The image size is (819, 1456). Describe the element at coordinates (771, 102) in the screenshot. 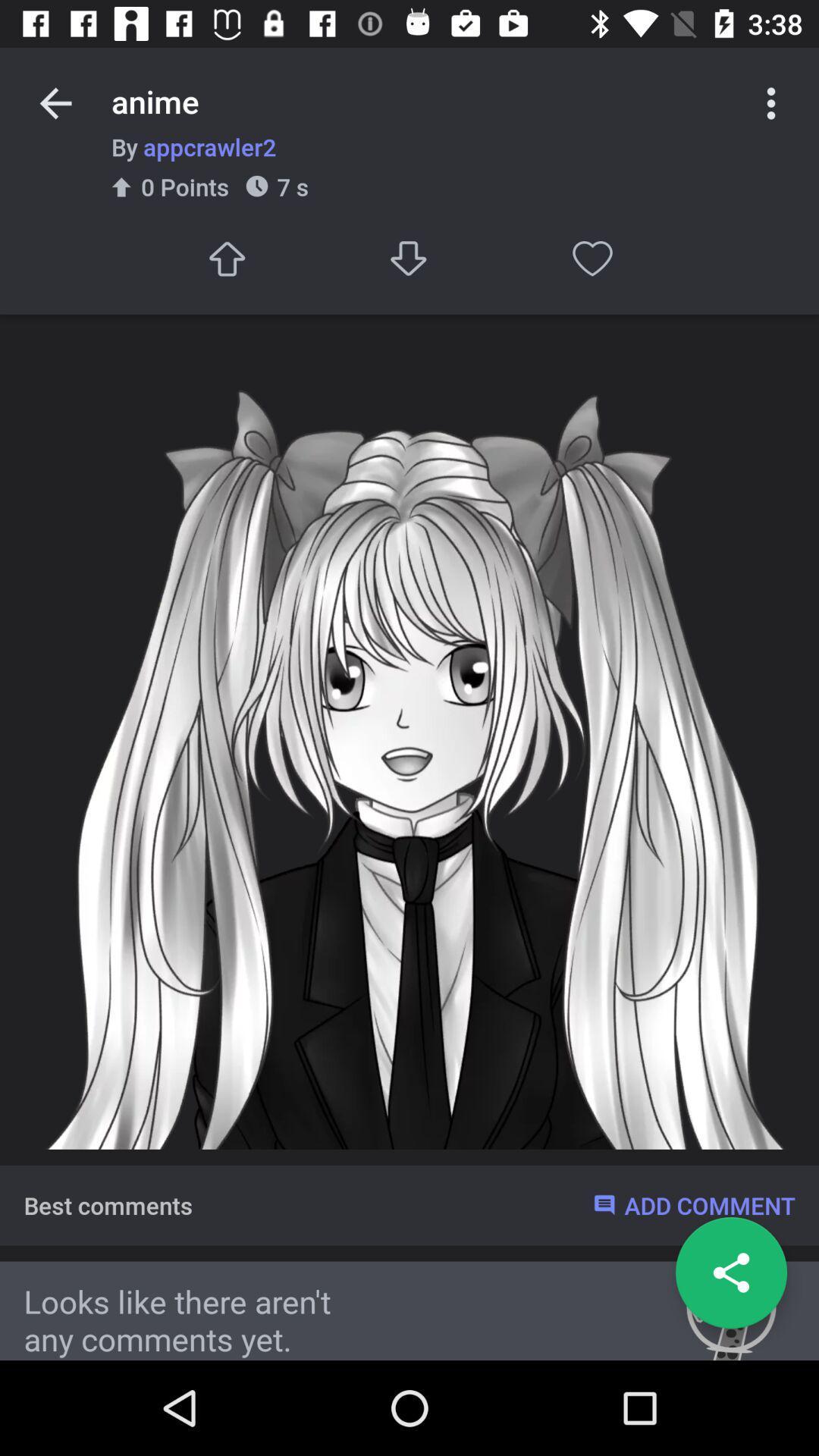

I see `settings` at that location.